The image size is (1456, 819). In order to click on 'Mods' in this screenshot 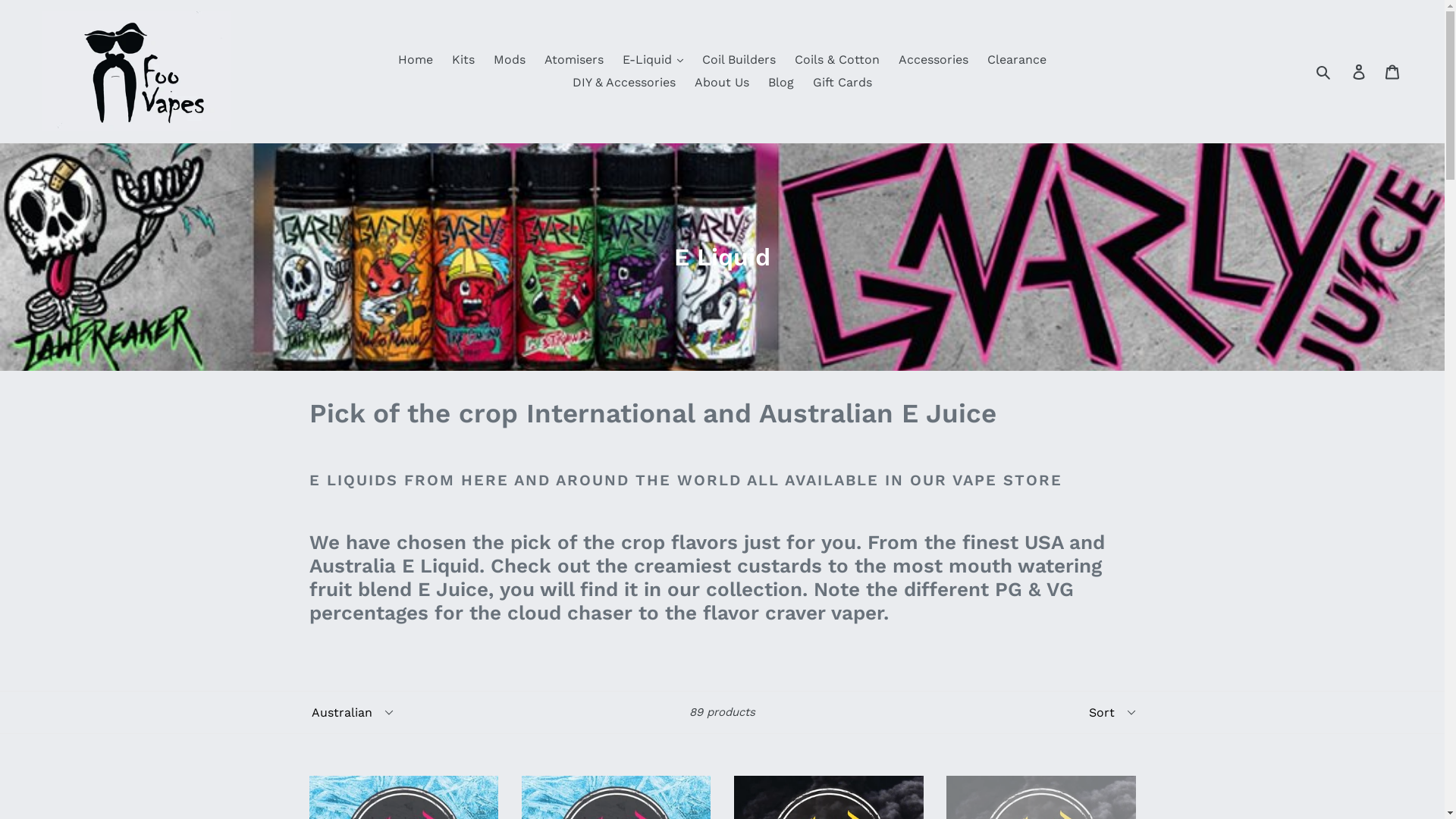, I will do `click(510, 58)`.